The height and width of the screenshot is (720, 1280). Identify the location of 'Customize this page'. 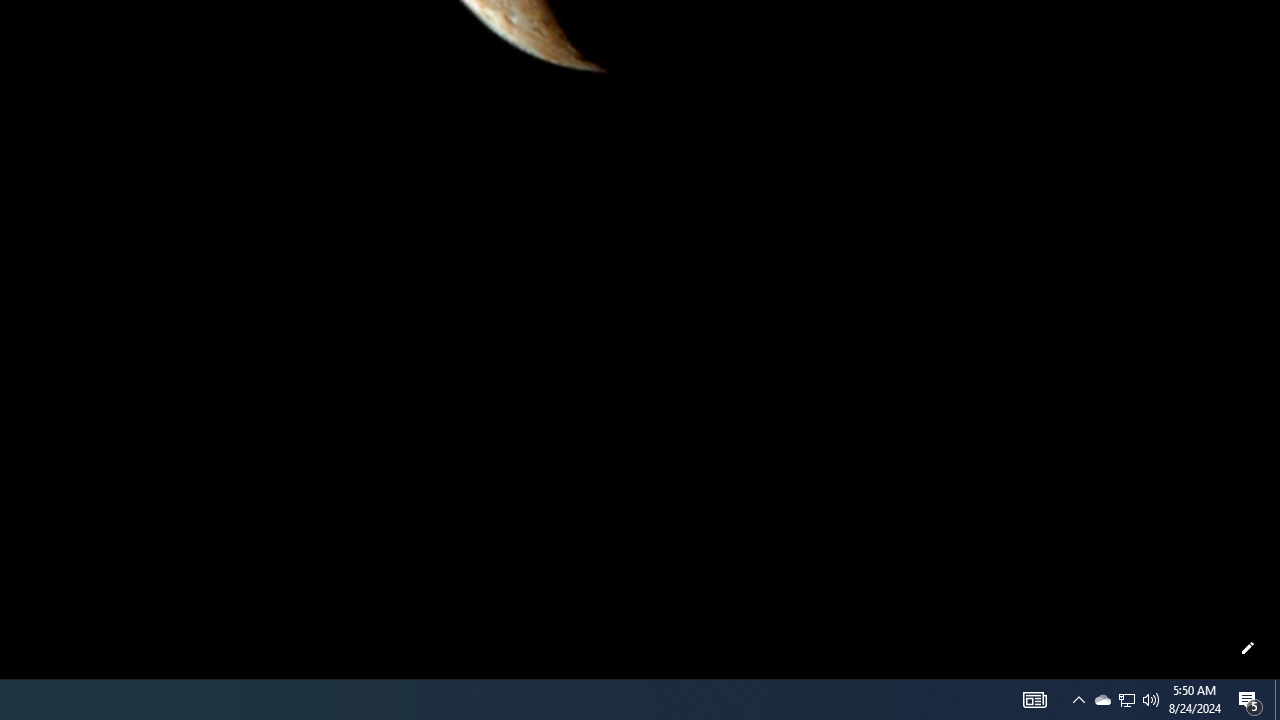
(1247, 648).